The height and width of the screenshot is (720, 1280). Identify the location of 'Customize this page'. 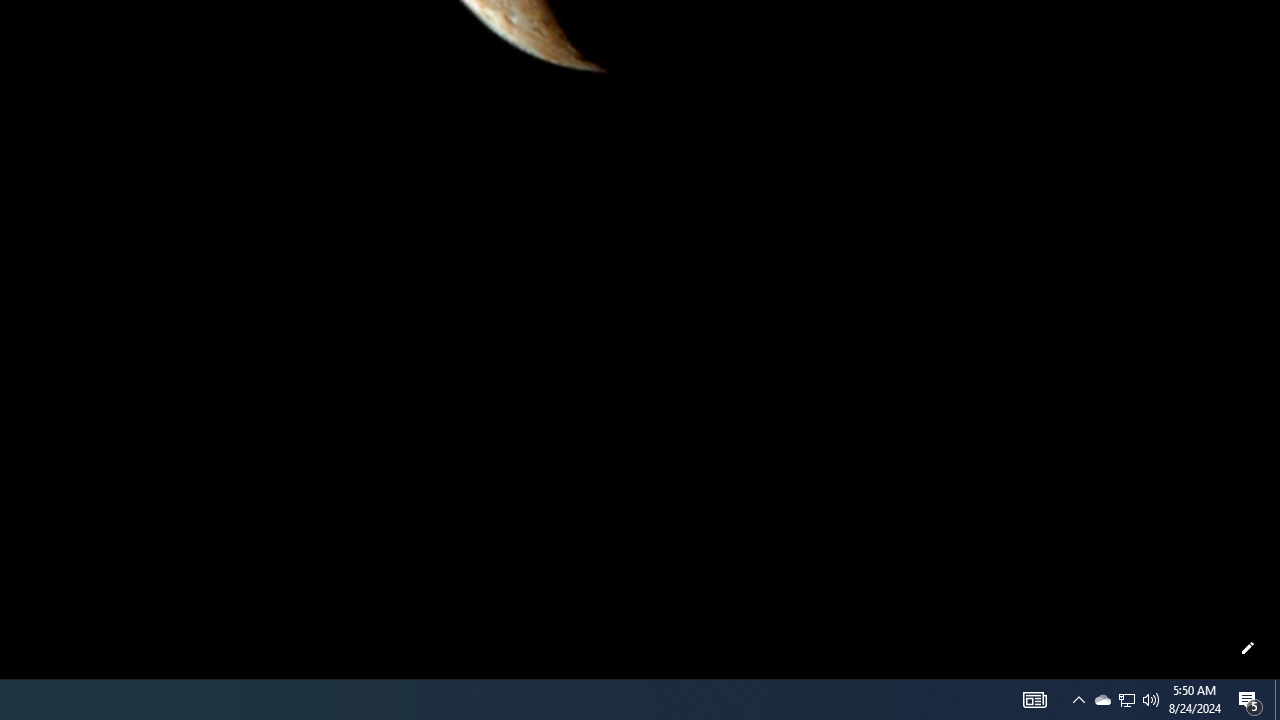
(1247, 648).